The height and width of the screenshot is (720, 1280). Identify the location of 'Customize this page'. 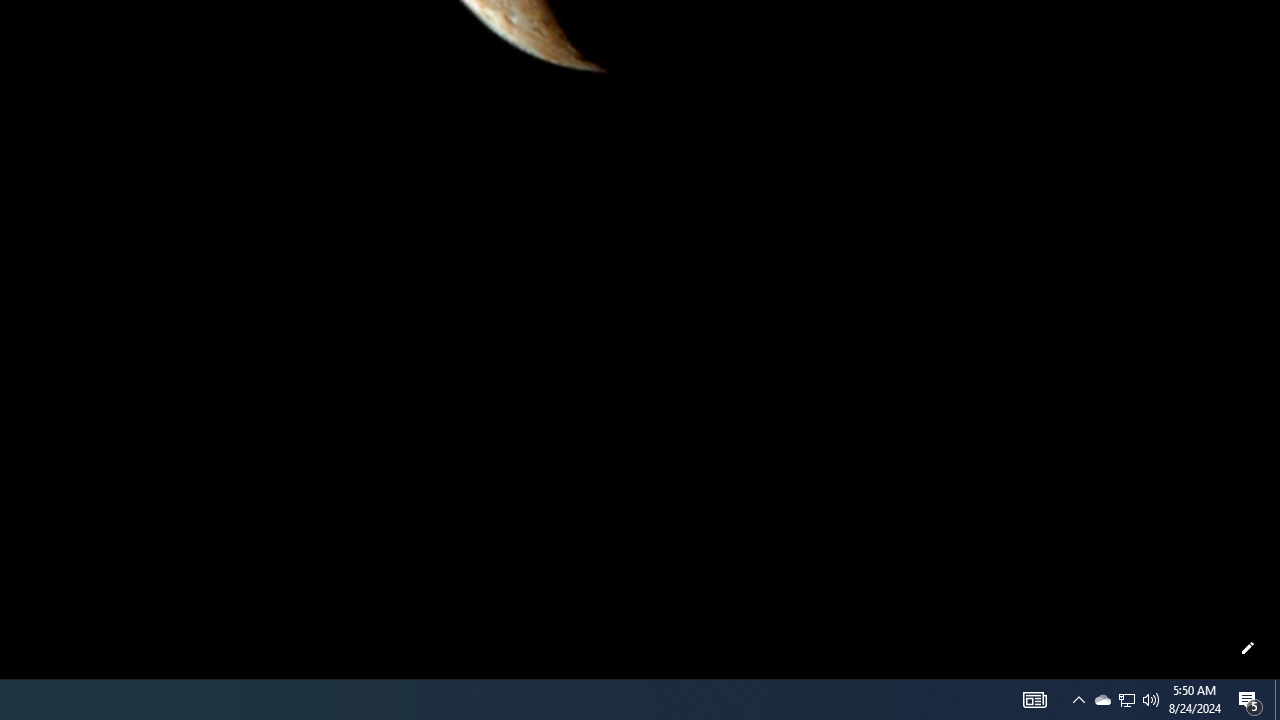
(1247, 648).